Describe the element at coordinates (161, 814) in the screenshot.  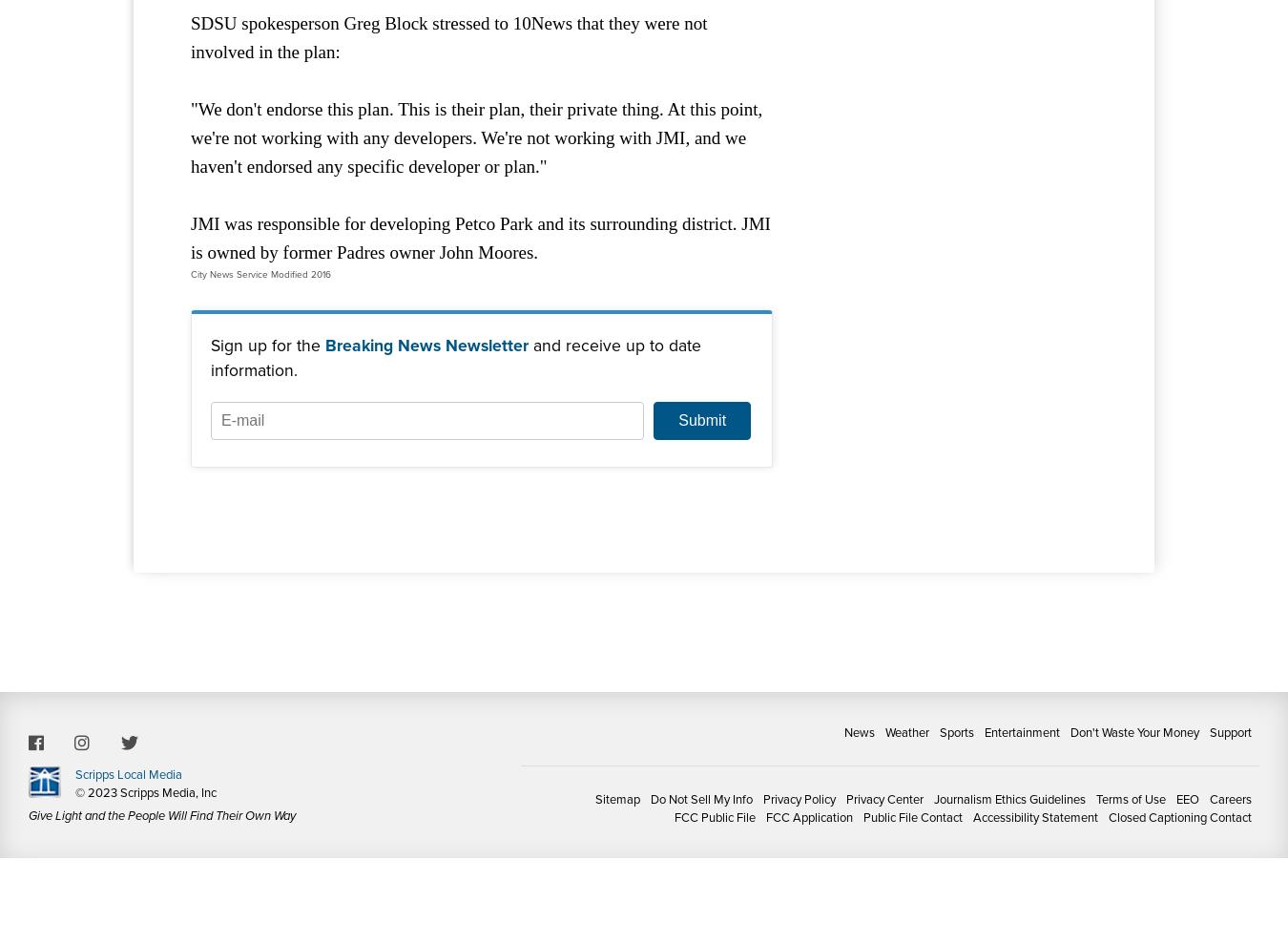
I see `'Give Light and the People Will Find Their Own Way'` at that location.